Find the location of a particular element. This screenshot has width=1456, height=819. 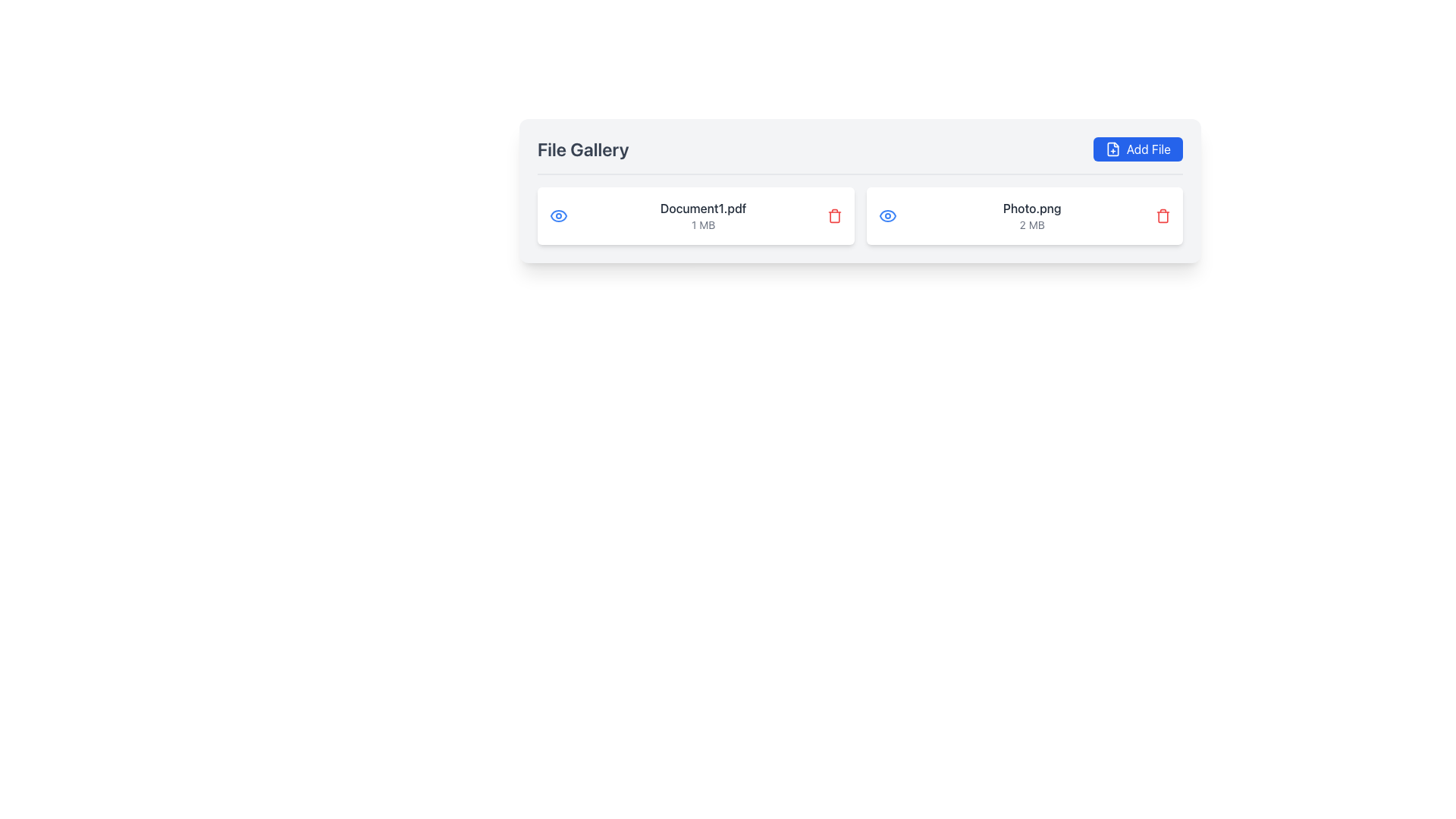

the folder-shaped icon located to the left of the 'Add File' button is located at coordinates (1112, 149).